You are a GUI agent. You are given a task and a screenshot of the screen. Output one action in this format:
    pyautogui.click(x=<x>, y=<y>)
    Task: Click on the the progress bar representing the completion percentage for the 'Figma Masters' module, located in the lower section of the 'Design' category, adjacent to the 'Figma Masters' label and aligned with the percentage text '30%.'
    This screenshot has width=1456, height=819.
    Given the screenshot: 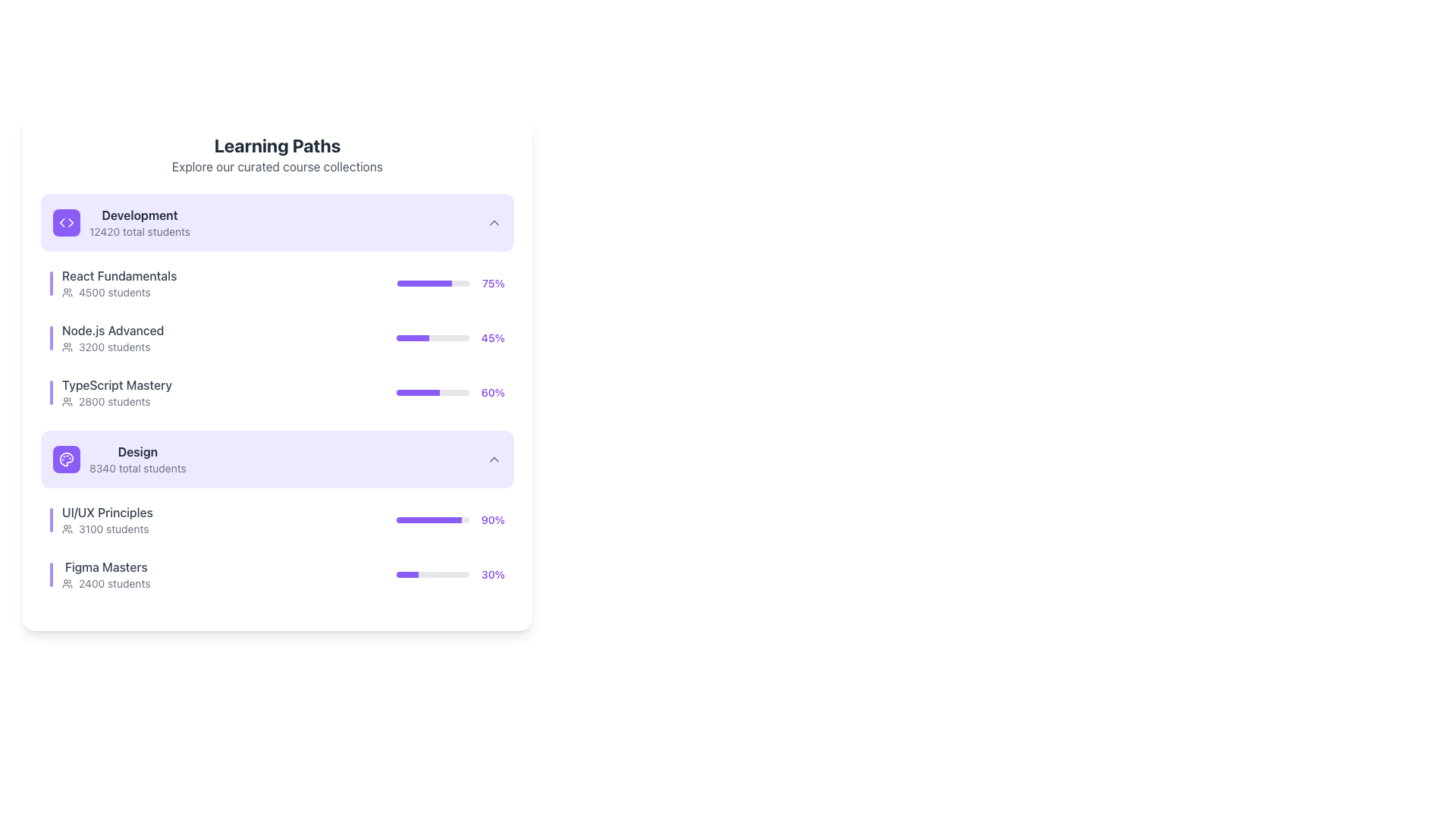 What is the action you would take?
    pyautogui.click(x=432, y=575)
    